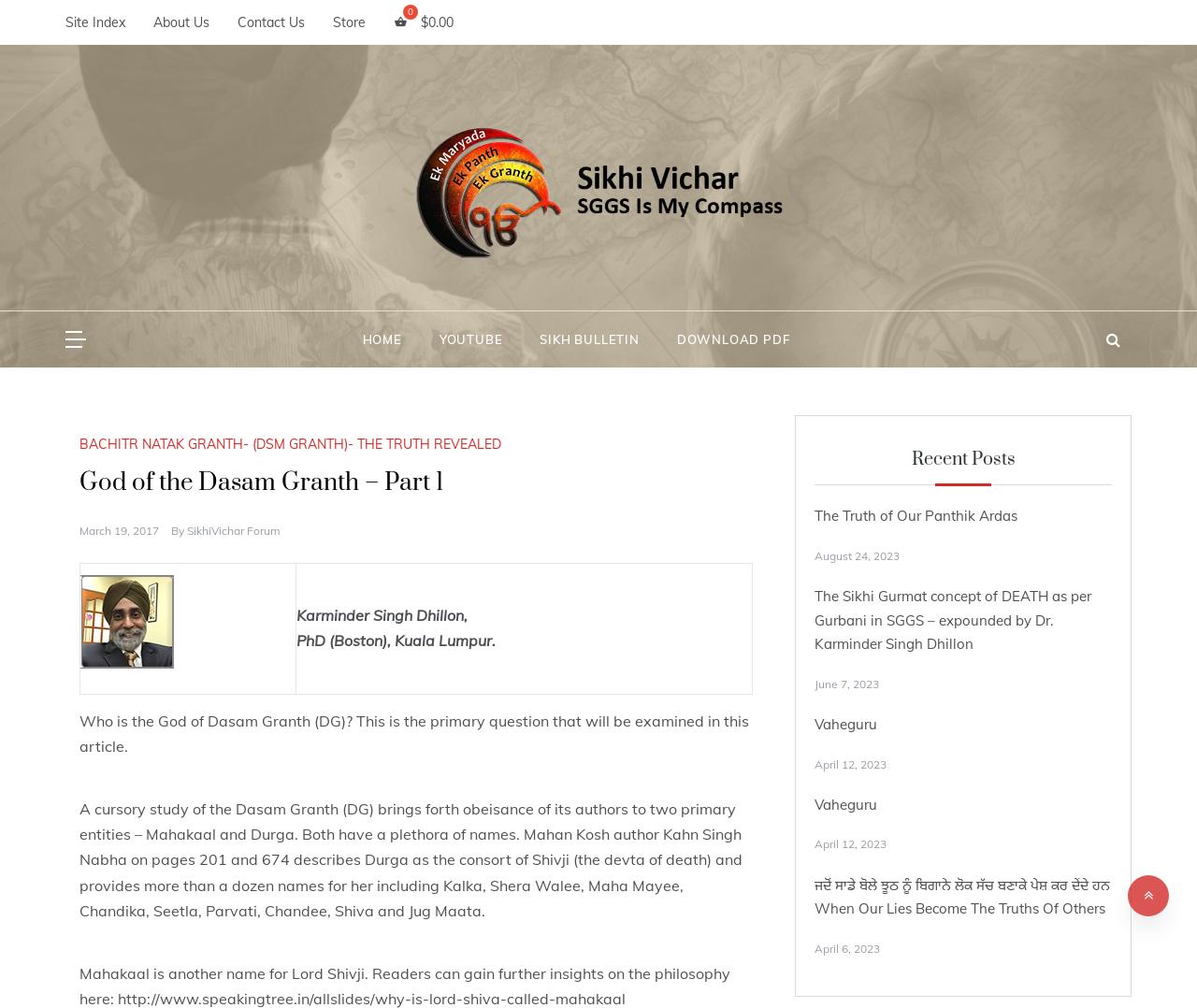 Image resolution: width=1197 pixels, height=1008 pixels. What do you see at coordinates (270, 22) in the screenshot?
I see `'Contact Us'` at bounding box center [270, 22].